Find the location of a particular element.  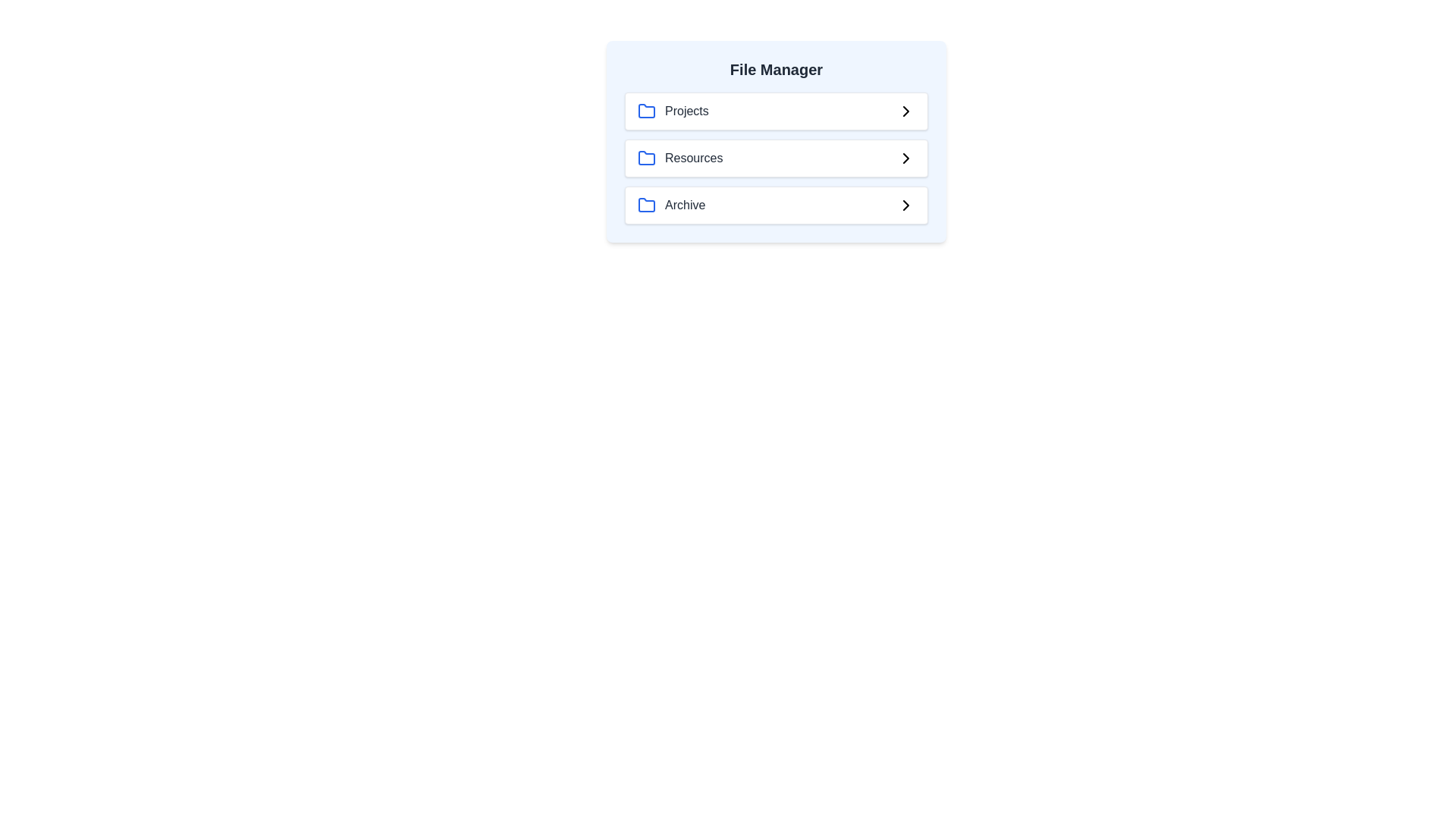

the folder icon representing the 'Projects' directory is located at coordinates (647, 110).